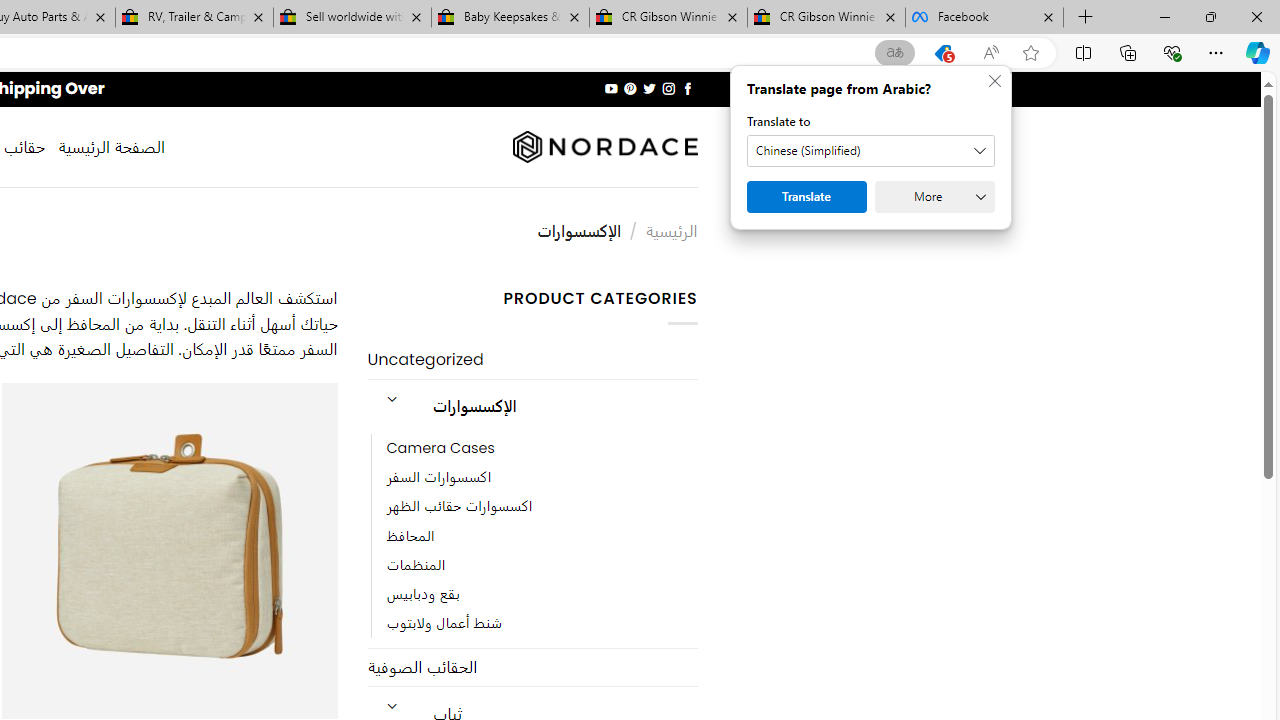  I want to click on 'Follow on Facebook', so click(687, 88).